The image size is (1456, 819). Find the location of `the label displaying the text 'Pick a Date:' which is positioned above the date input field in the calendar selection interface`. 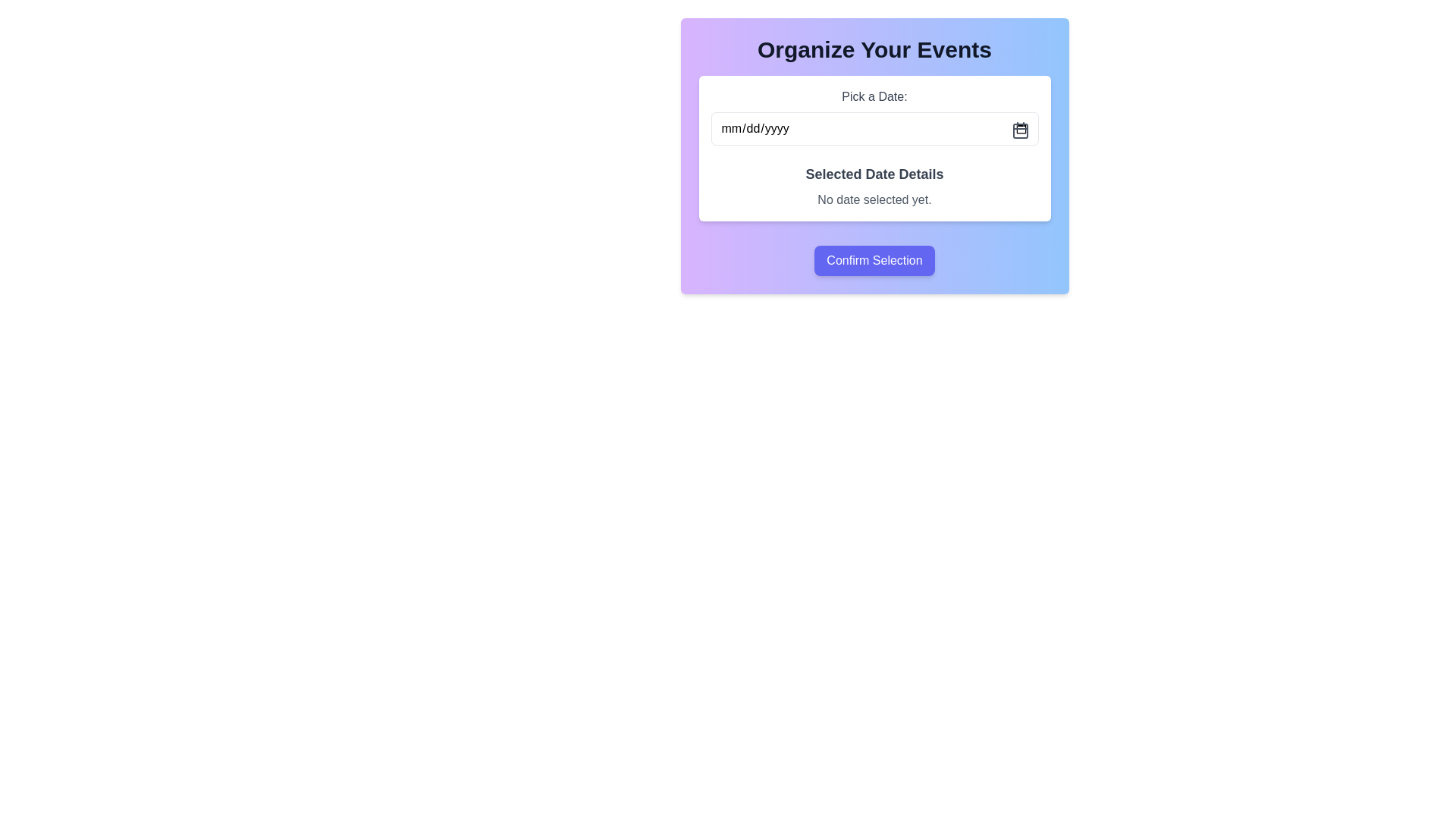

the label displaying the text 'Pick a Date:' which is positioned above the date input field in the calendar selection interface is located at coordinates (874, 96).